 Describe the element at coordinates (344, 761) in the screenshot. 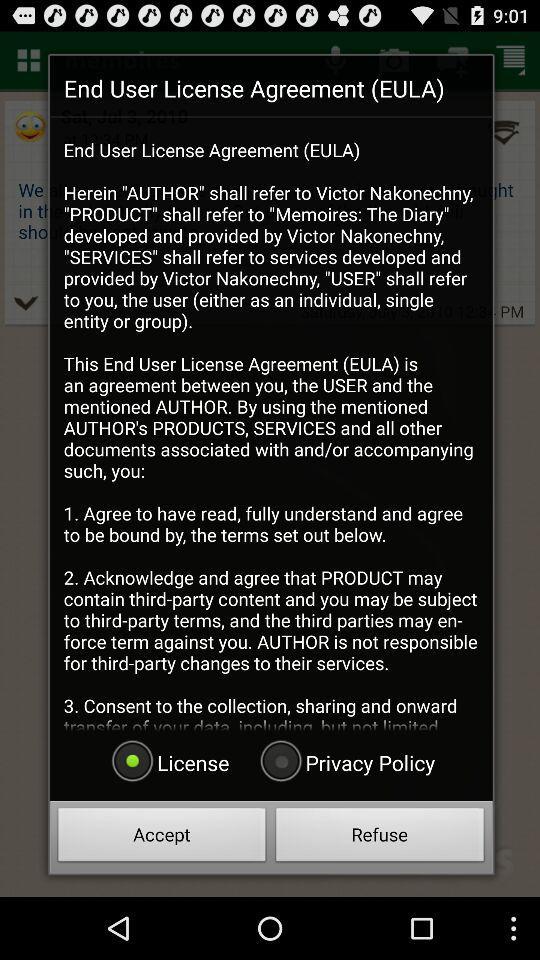

I see `app below end user license app` at that location.